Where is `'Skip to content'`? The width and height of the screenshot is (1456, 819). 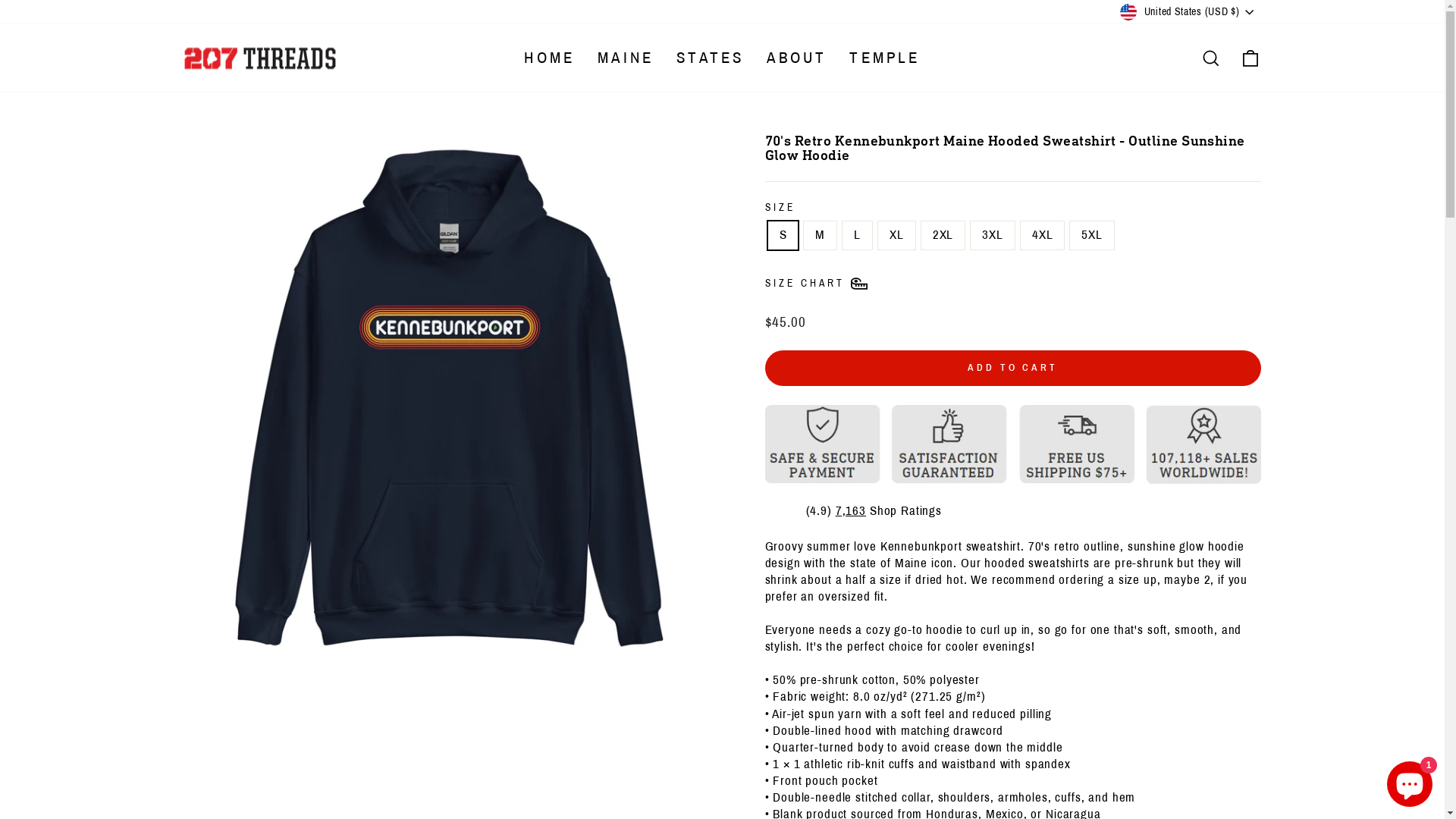 'Skip to content' is located at coordinates (0, 0).